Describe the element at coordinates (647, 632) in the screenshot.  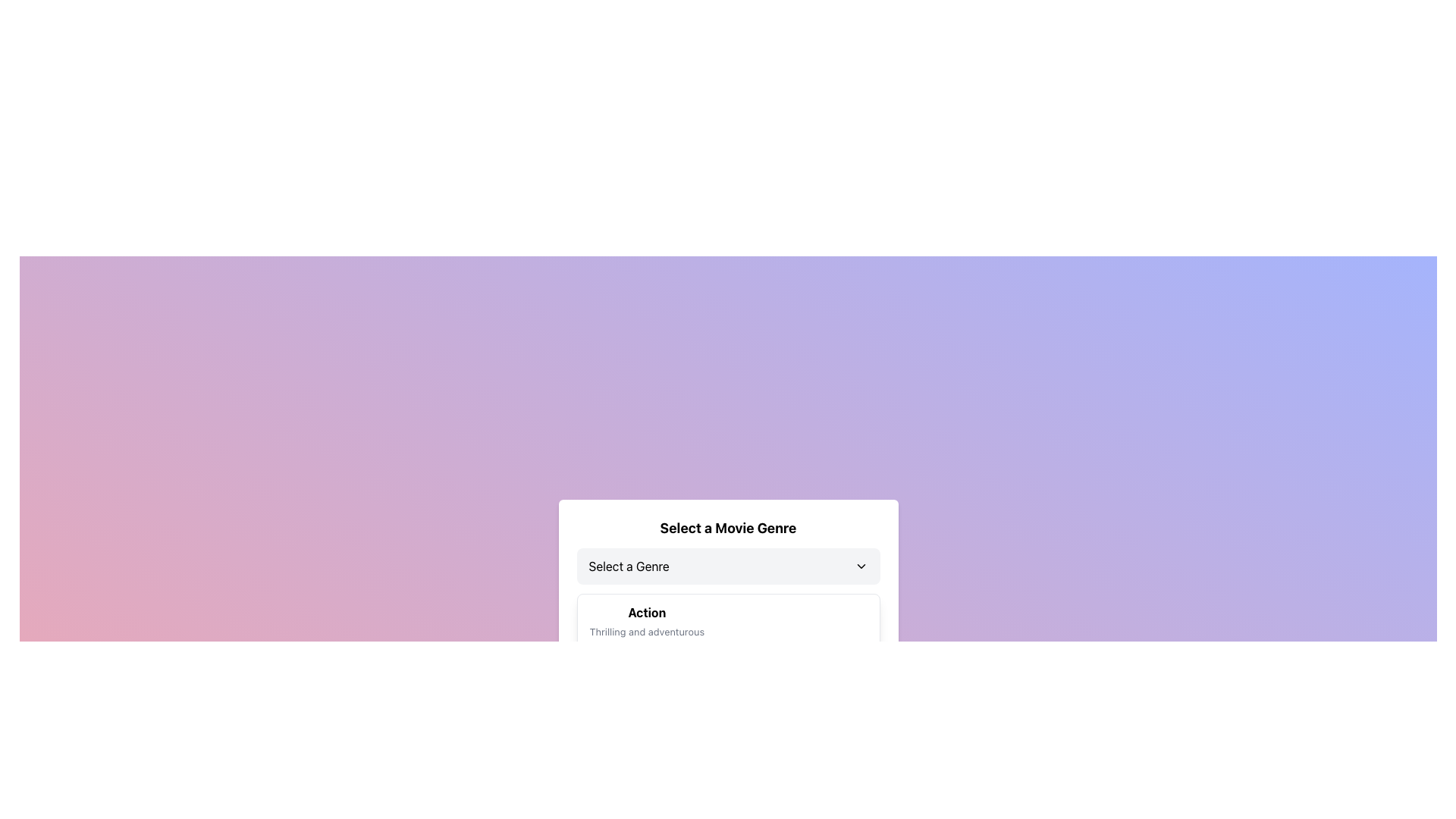
I see `the text label that reads 'Thrilling and adventurous,' which is styled in gray and serves as a descriptive subtext for the 'Action' genre heading` at that location.